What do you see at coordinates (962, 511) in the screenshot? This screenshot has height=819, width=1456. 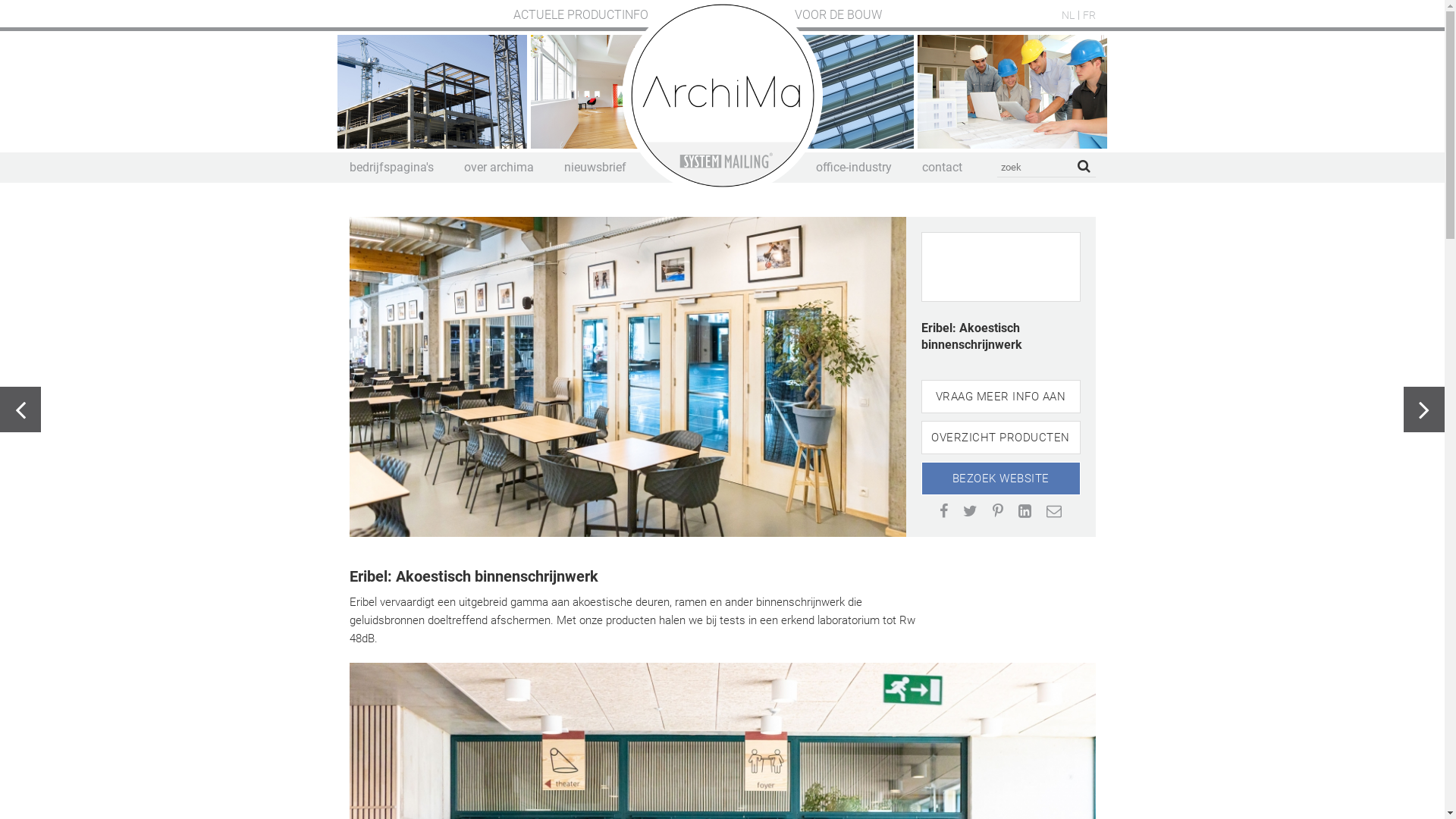 I see `'Twitter'` at bounding box center [962, 511].